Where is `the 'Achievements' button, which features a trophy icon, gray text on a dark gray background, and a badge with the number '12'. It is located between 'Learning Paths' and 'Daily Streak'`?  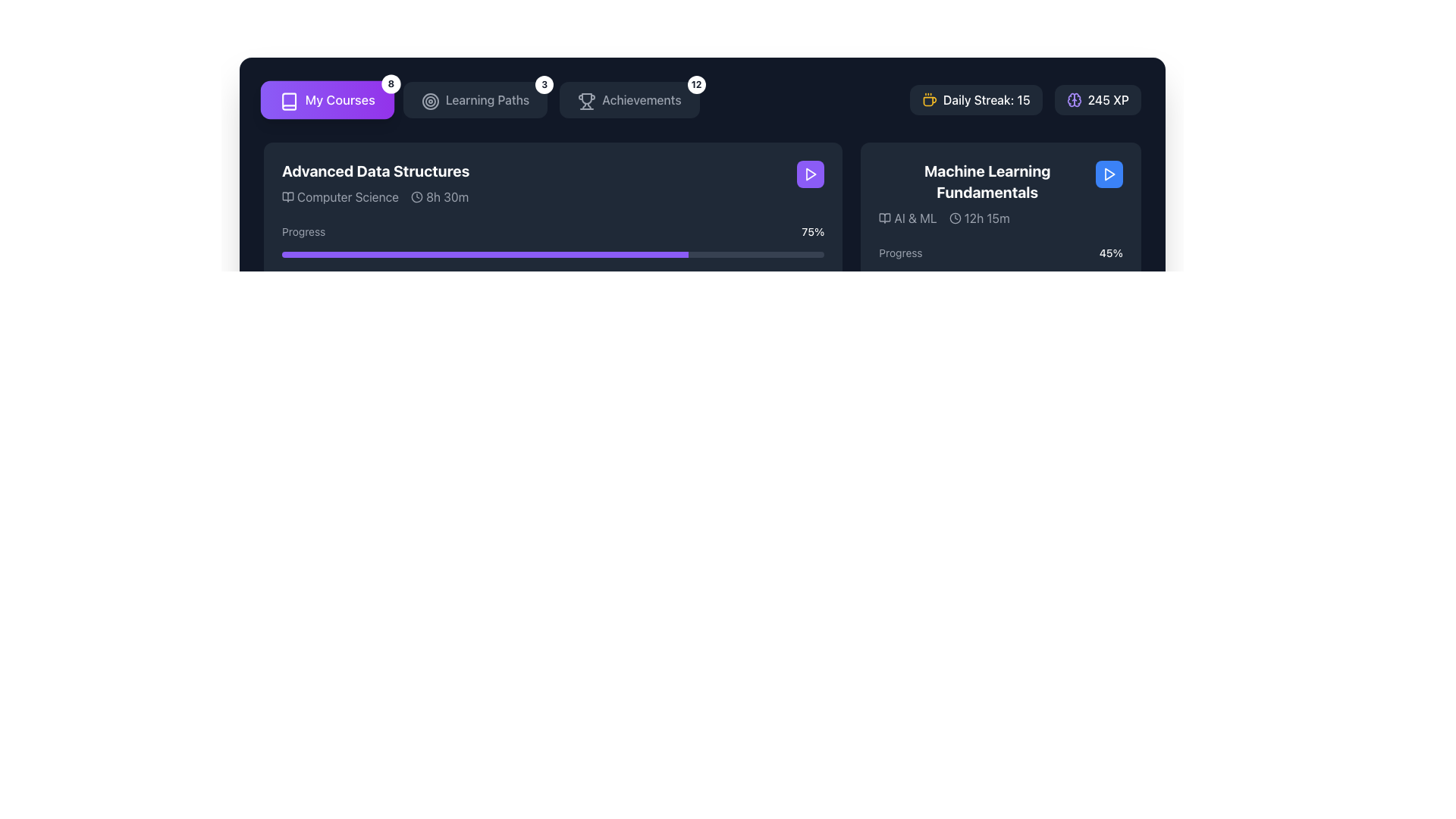
the 'Achievements' button, which features a trophy icon, gray text on a dark gray background, and a badge with the number '12'. It is located between 'Learning Paths' and 'Daily Streak' is located at coordinates (629, 99).